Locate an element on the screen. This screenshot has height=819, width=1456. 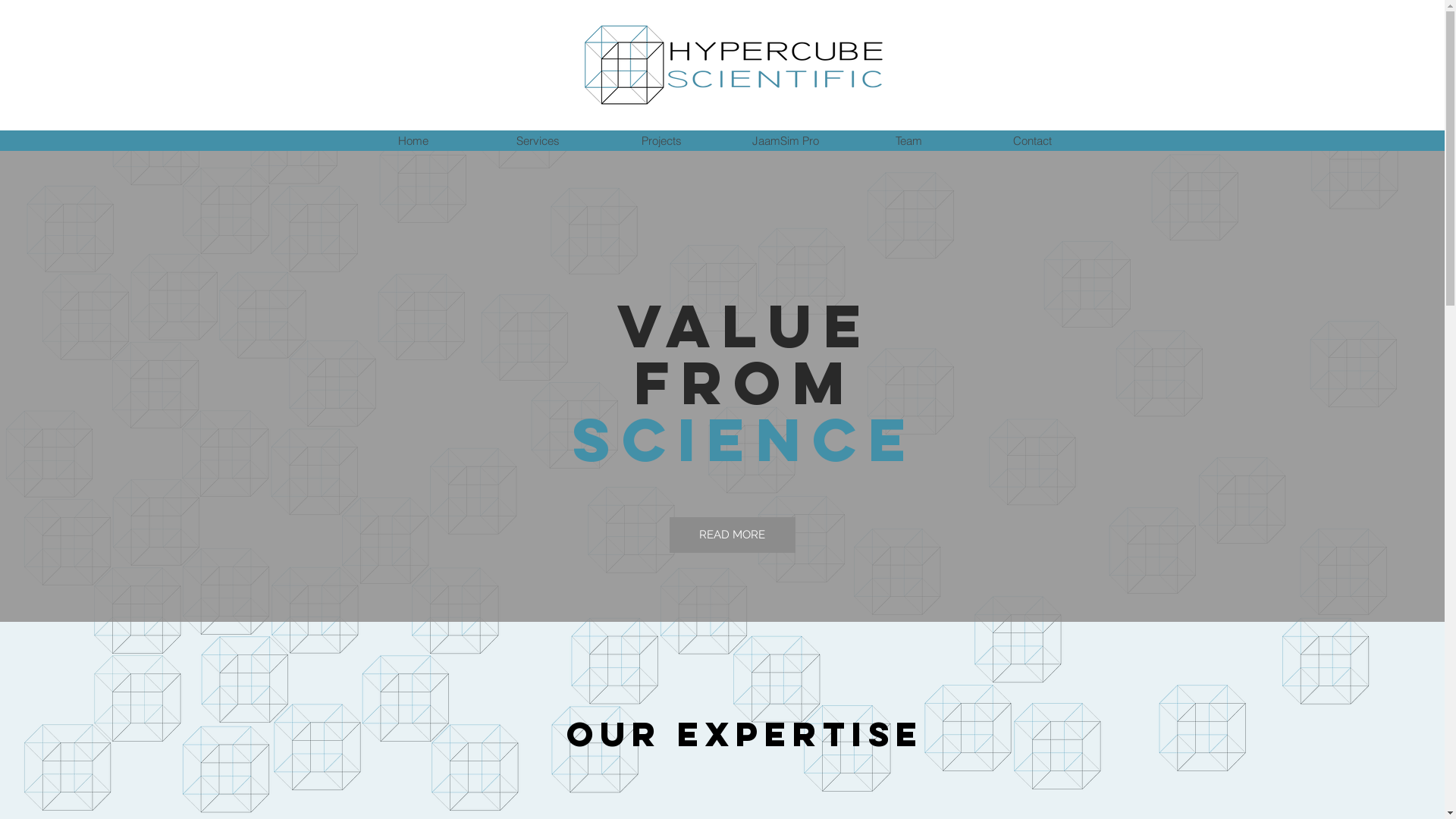
'Contact' is located at coordinates (1031, 140).